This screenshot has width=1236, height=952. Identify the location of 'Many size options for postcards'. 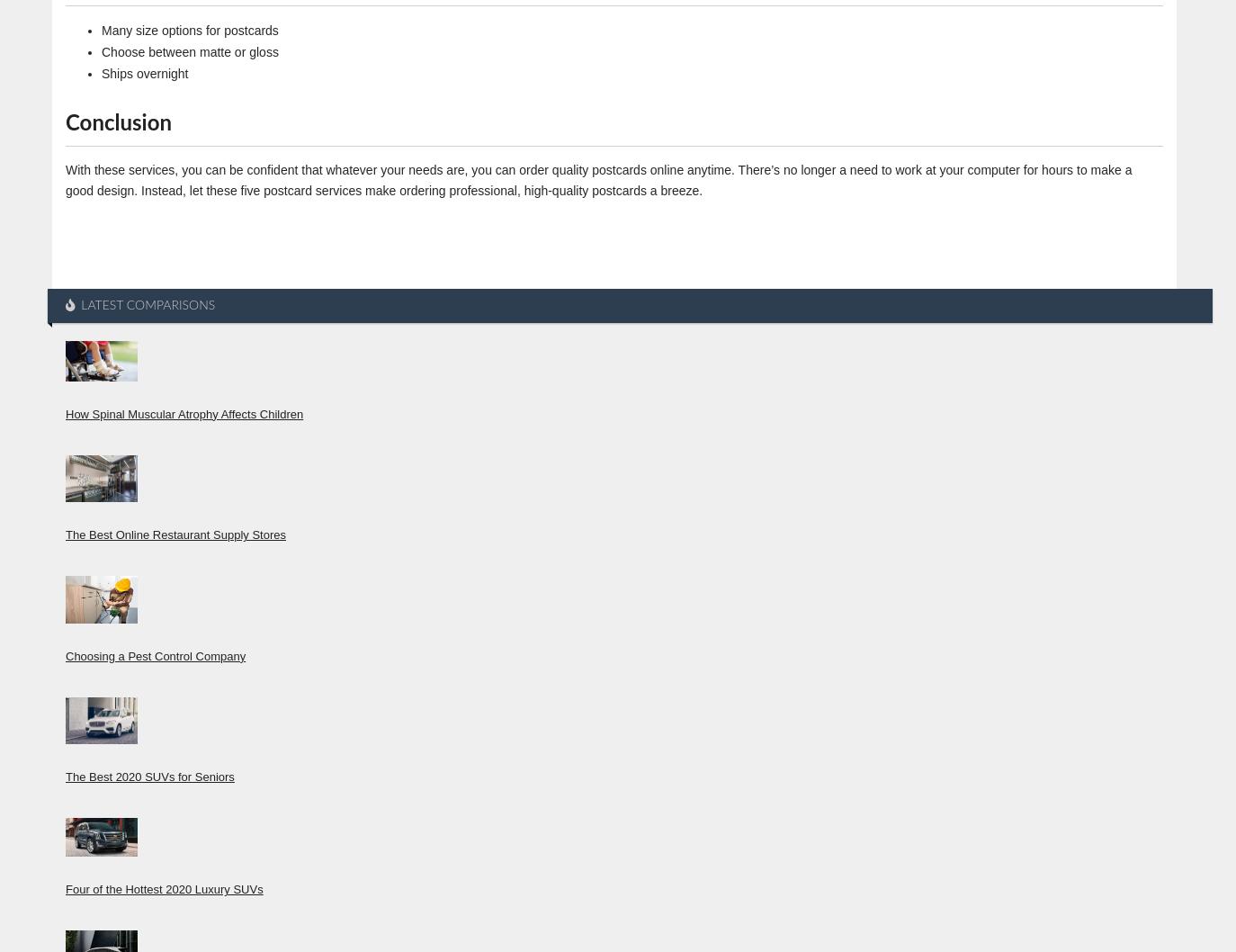
(189, 30).